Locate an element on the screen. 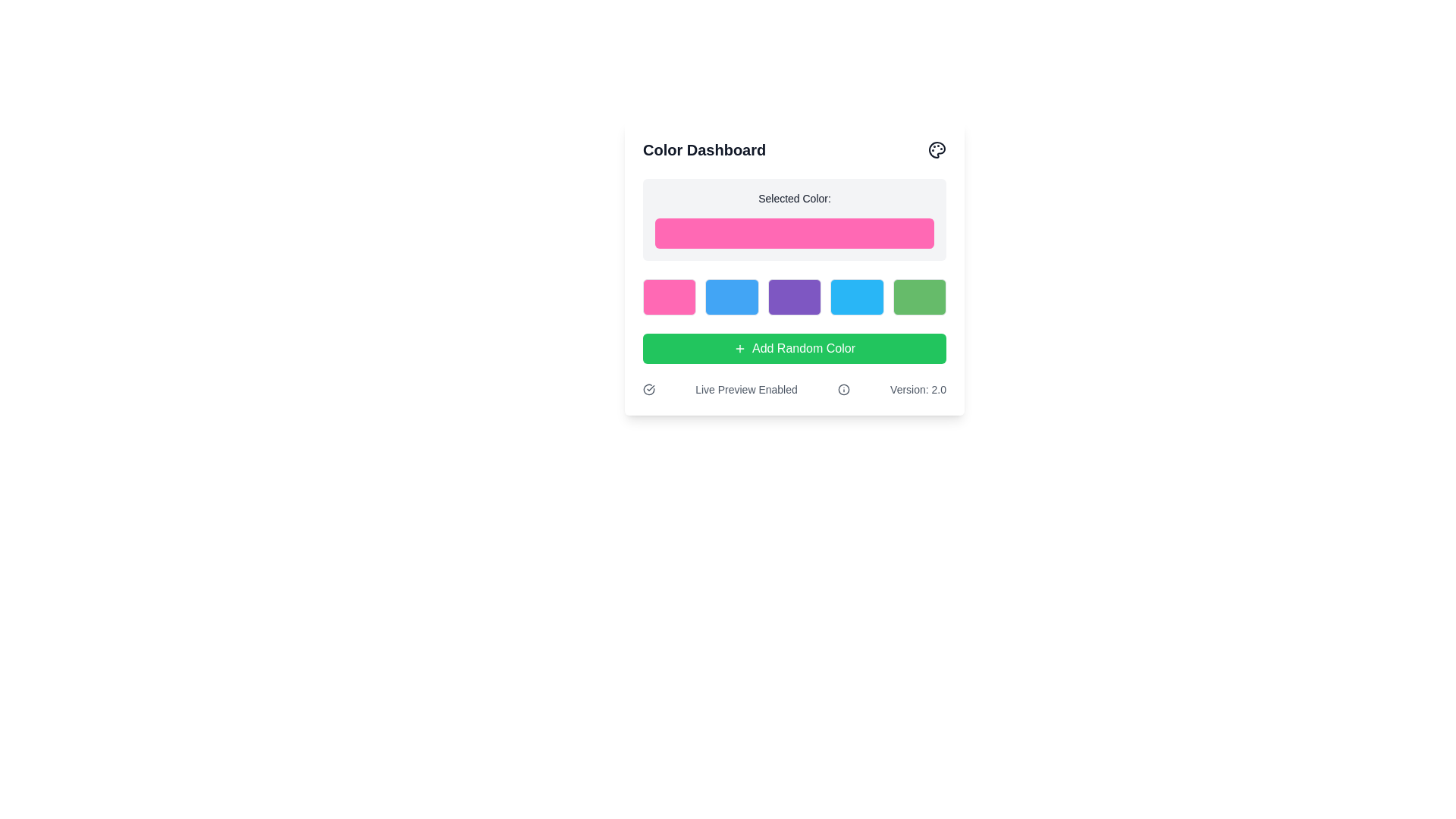  the vivid blue button with rounded corners, located in the Color Dashboard interface is located at coordinates (856, 297).